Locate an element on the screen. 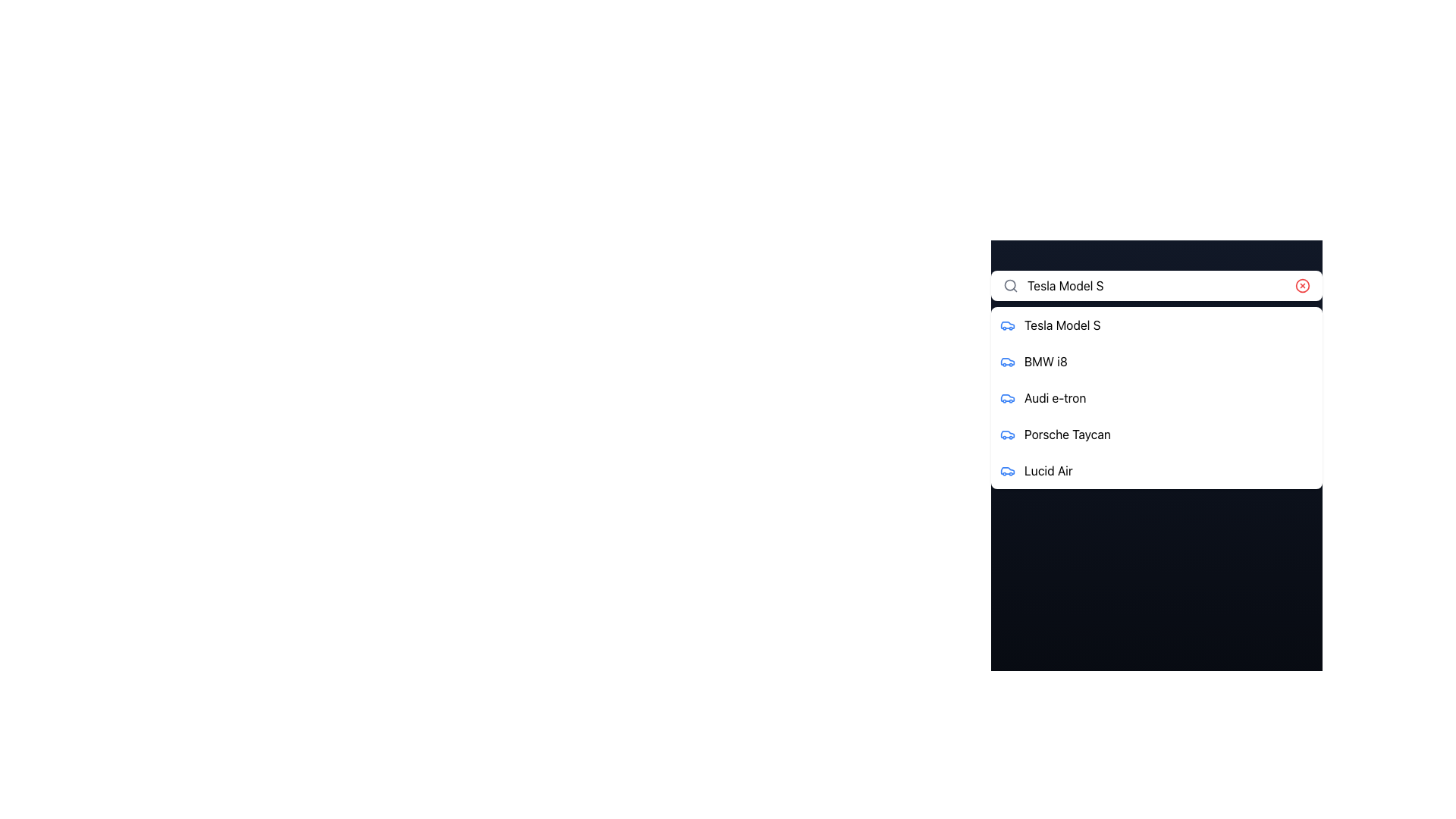 The height and width of the screenshot is (819, 1456). to select the 'BMW i8' option from the dropdown list, which is the second item following 'Tesla Model S' is located at coordinates (1156, 362).